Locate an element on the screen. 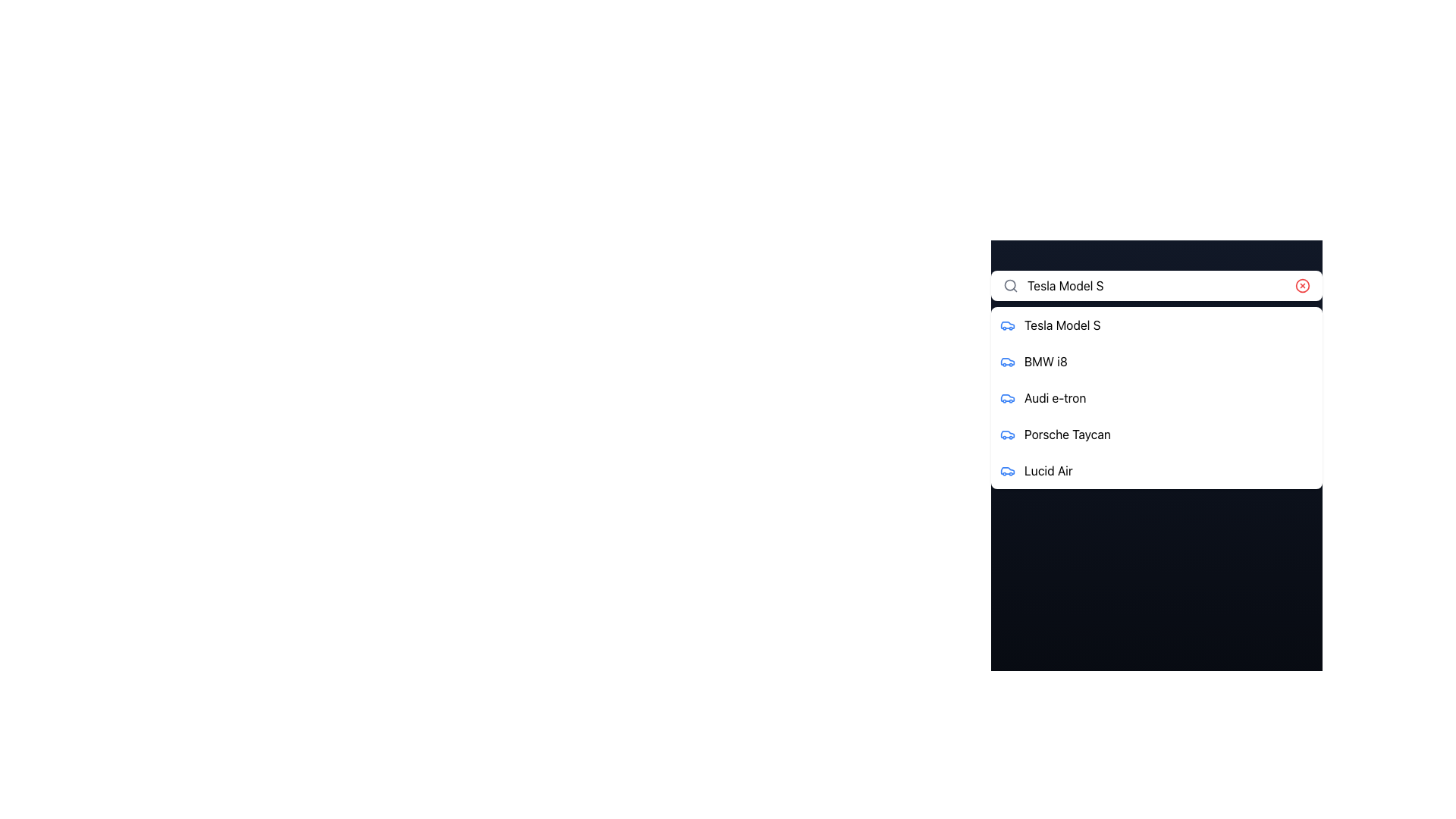 The height and width of the screenshot is (819, 1456). to select the 'BMW i8' option from the dropdown list, which is the second item following 'Tesla Model S' is located at coordinates (1156, 362).